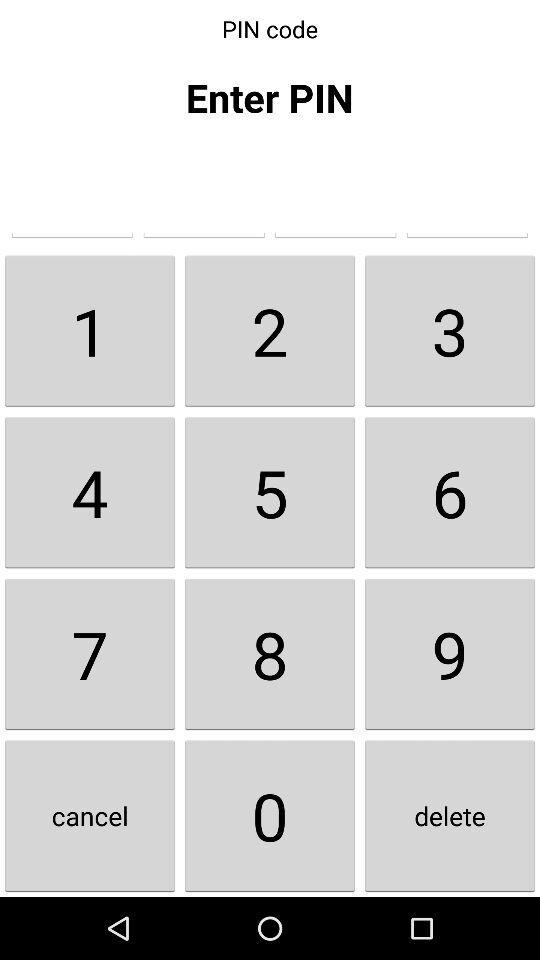  I want to click on the 1 item, so click(89, 330).